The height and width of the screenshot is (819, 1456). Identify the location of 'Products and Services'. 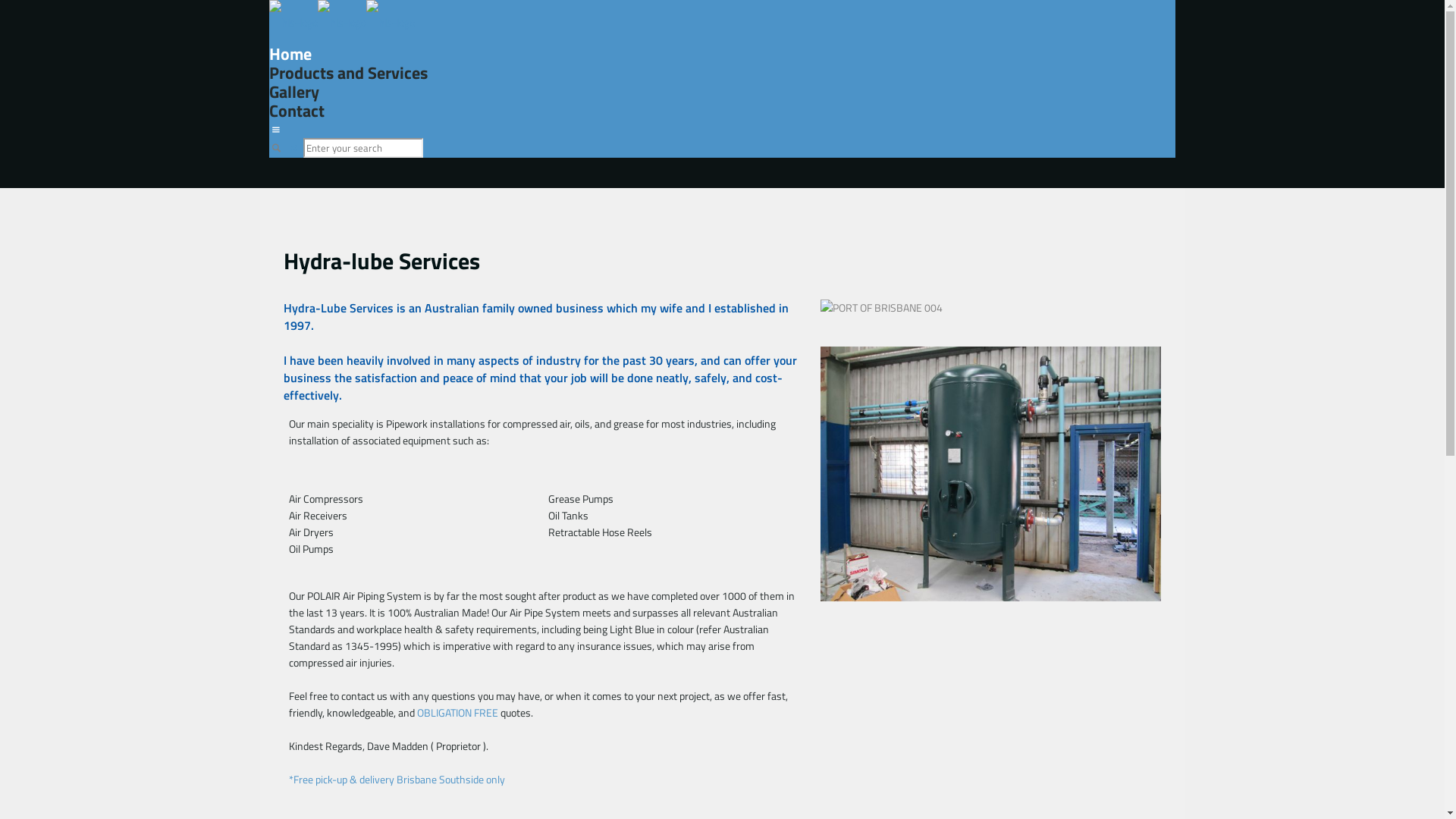
(269, 73).